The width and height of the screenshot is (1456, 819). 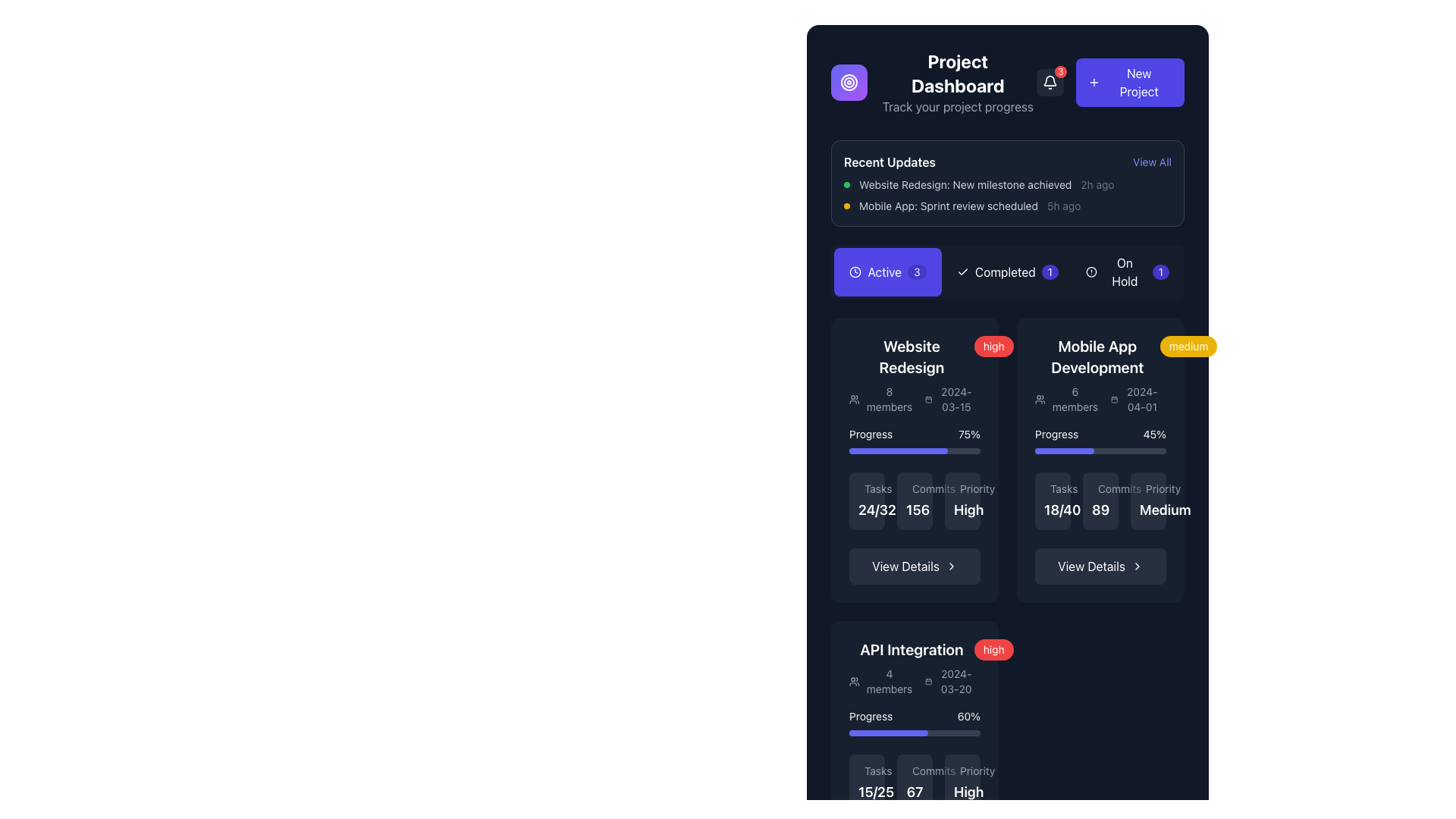 I want to click on the Information Display Component titled 'Mobile App Development', which contains details like '6 members' and the date '2024-04-01', so click(x=1097, y=375).